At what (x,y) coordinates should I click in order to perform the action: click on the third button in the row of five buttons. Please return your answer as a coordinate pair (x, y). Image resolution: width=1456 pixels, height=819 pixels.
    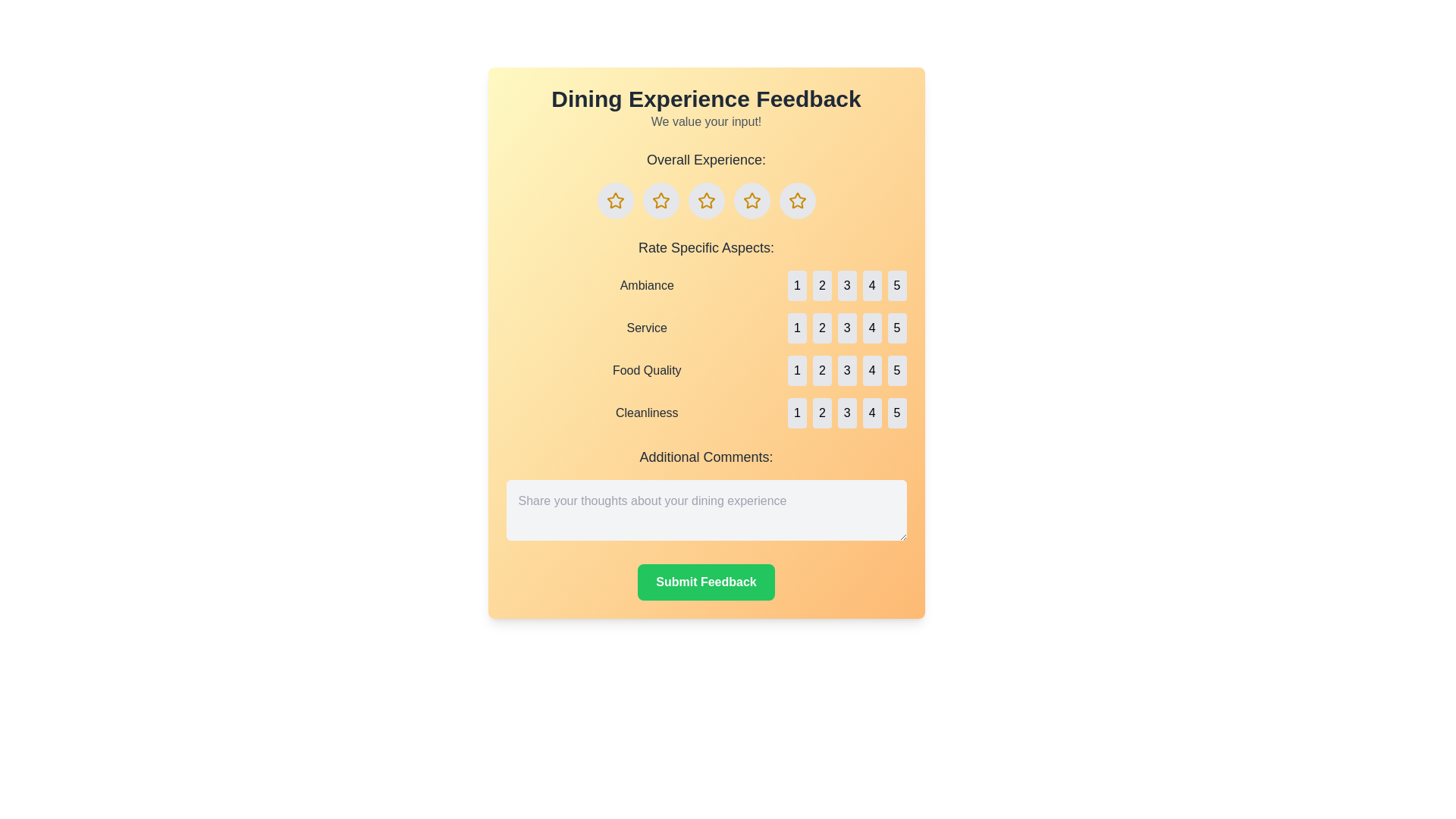
    Looking at the image, I should click on (846, 371).